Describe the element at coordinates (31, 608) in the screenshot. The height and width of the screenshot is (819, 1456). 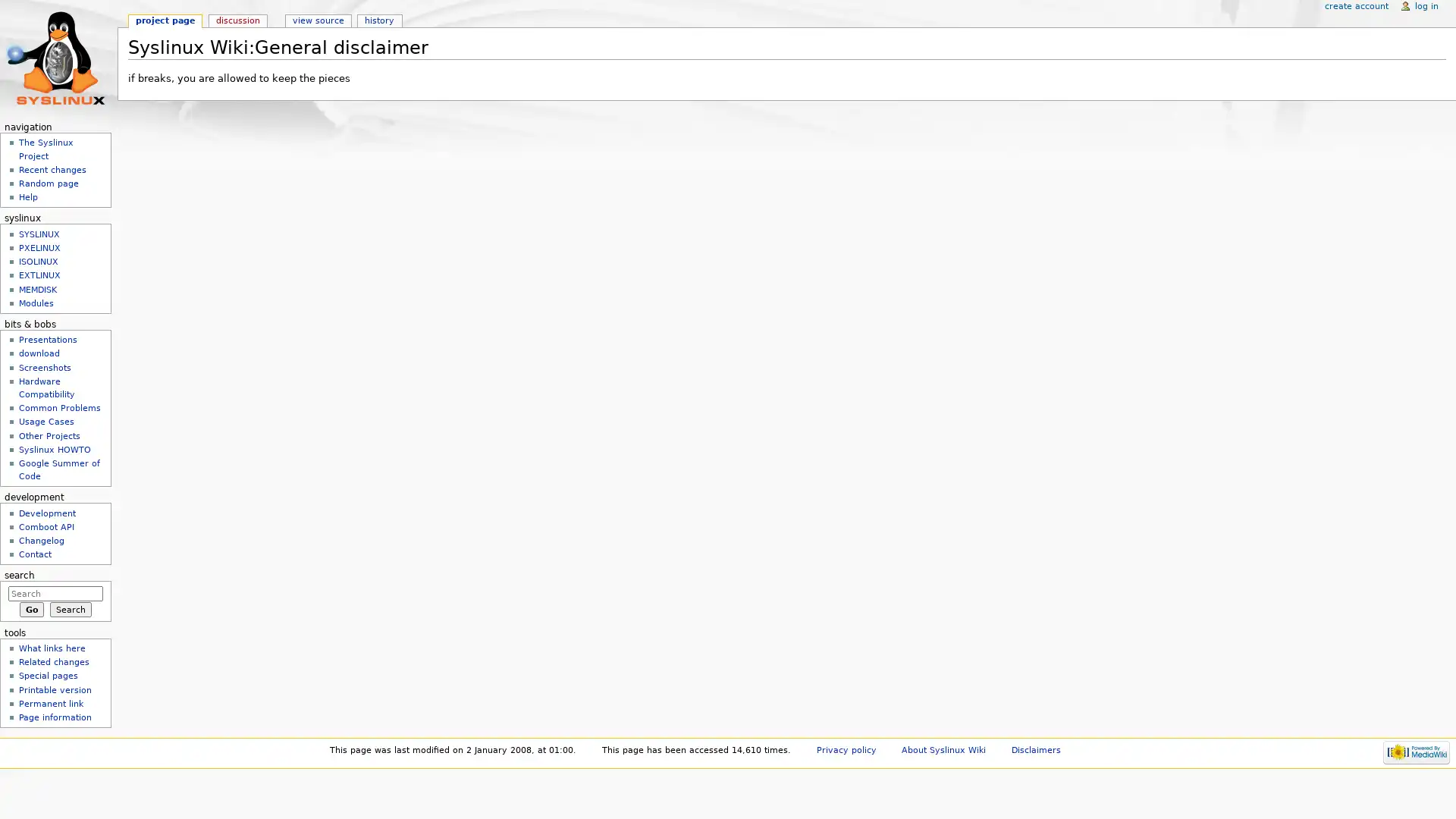
I see `Go` at that location.